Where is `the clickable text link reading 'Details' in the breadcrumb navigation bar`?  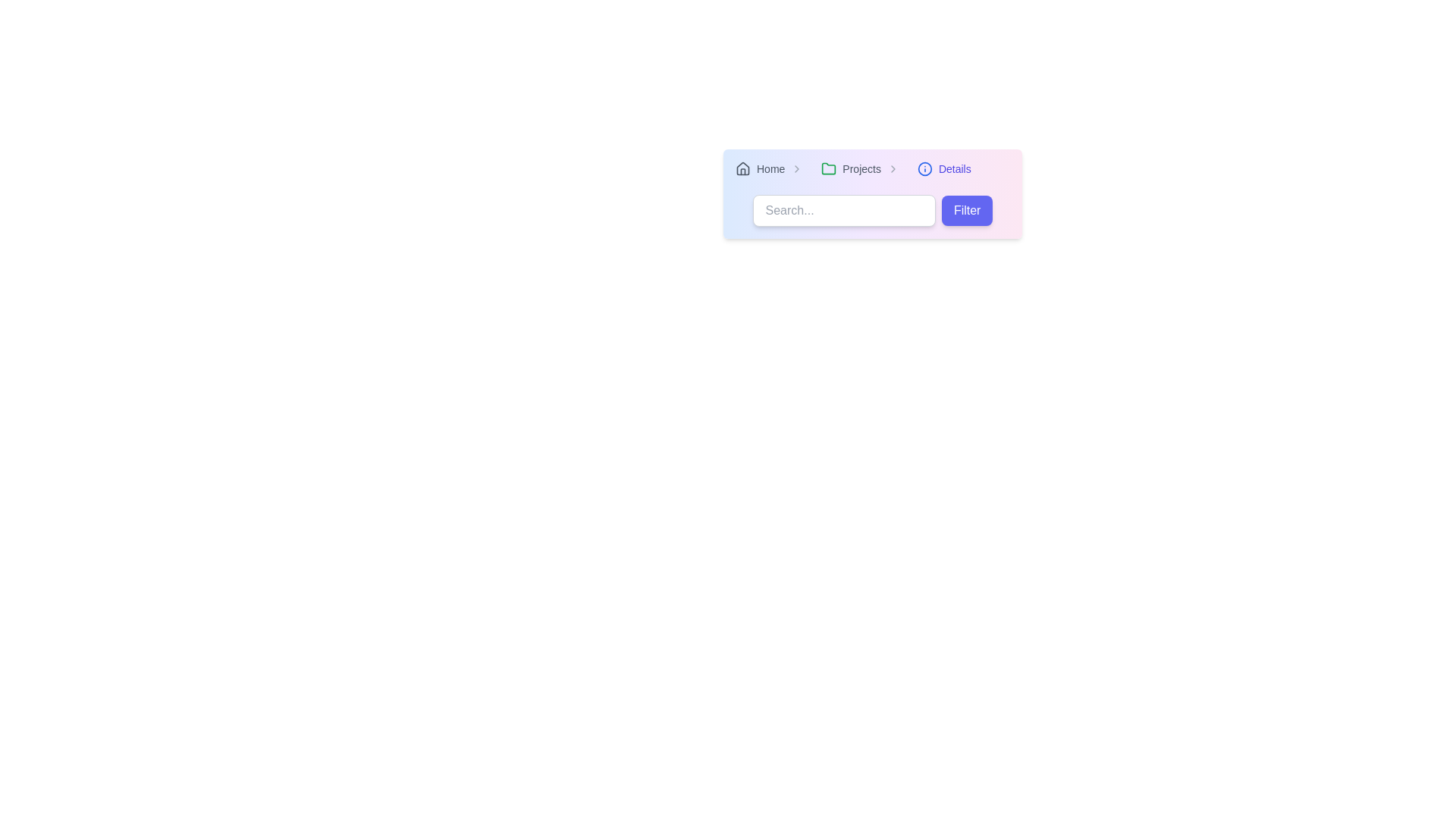
the clickable text link reading 'Details' in the breadcrumb navigation bar is located at coordinates (943, 169).